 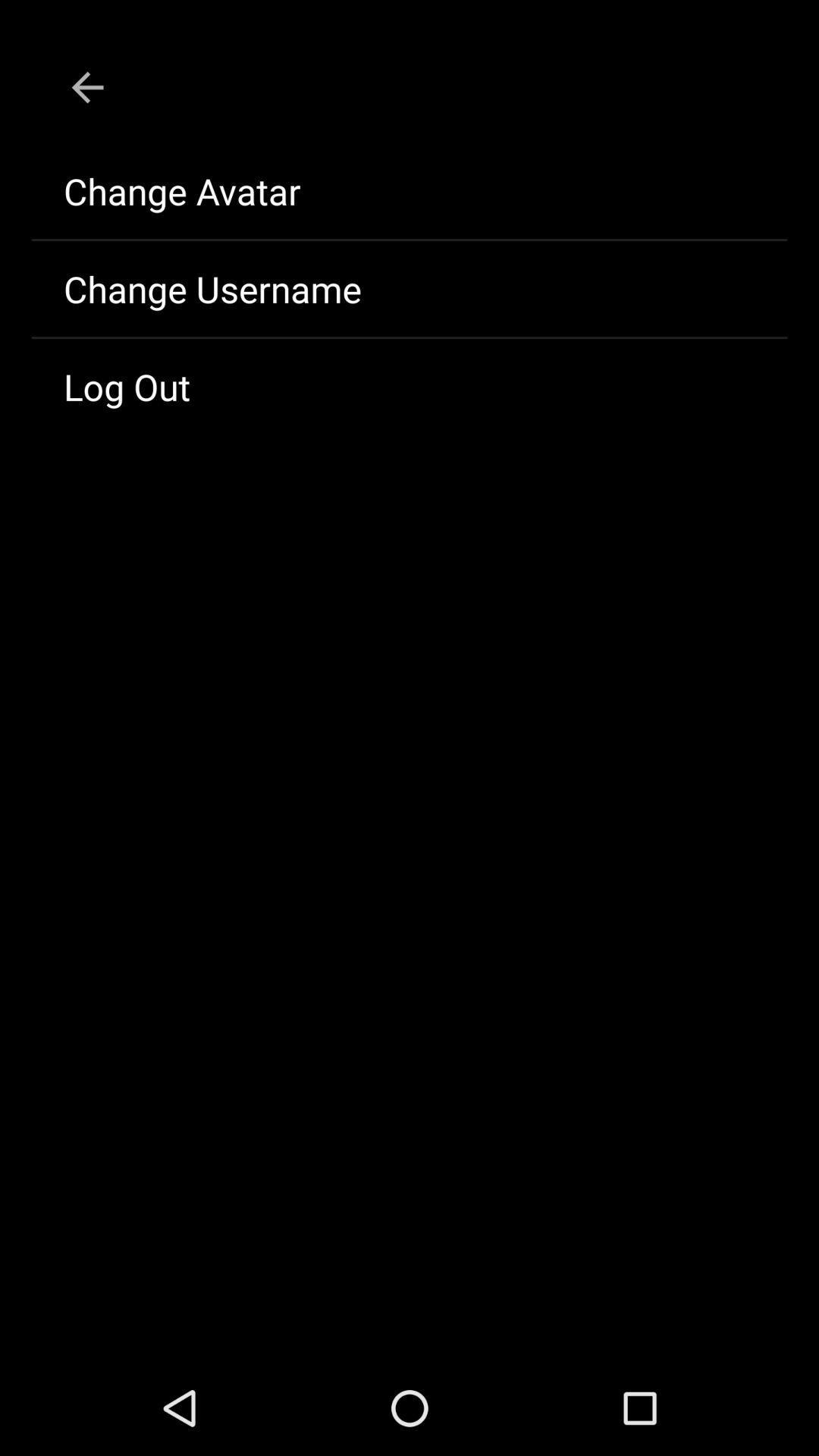 I want to click on the icon below change avatar, so click(x=409, y=288).